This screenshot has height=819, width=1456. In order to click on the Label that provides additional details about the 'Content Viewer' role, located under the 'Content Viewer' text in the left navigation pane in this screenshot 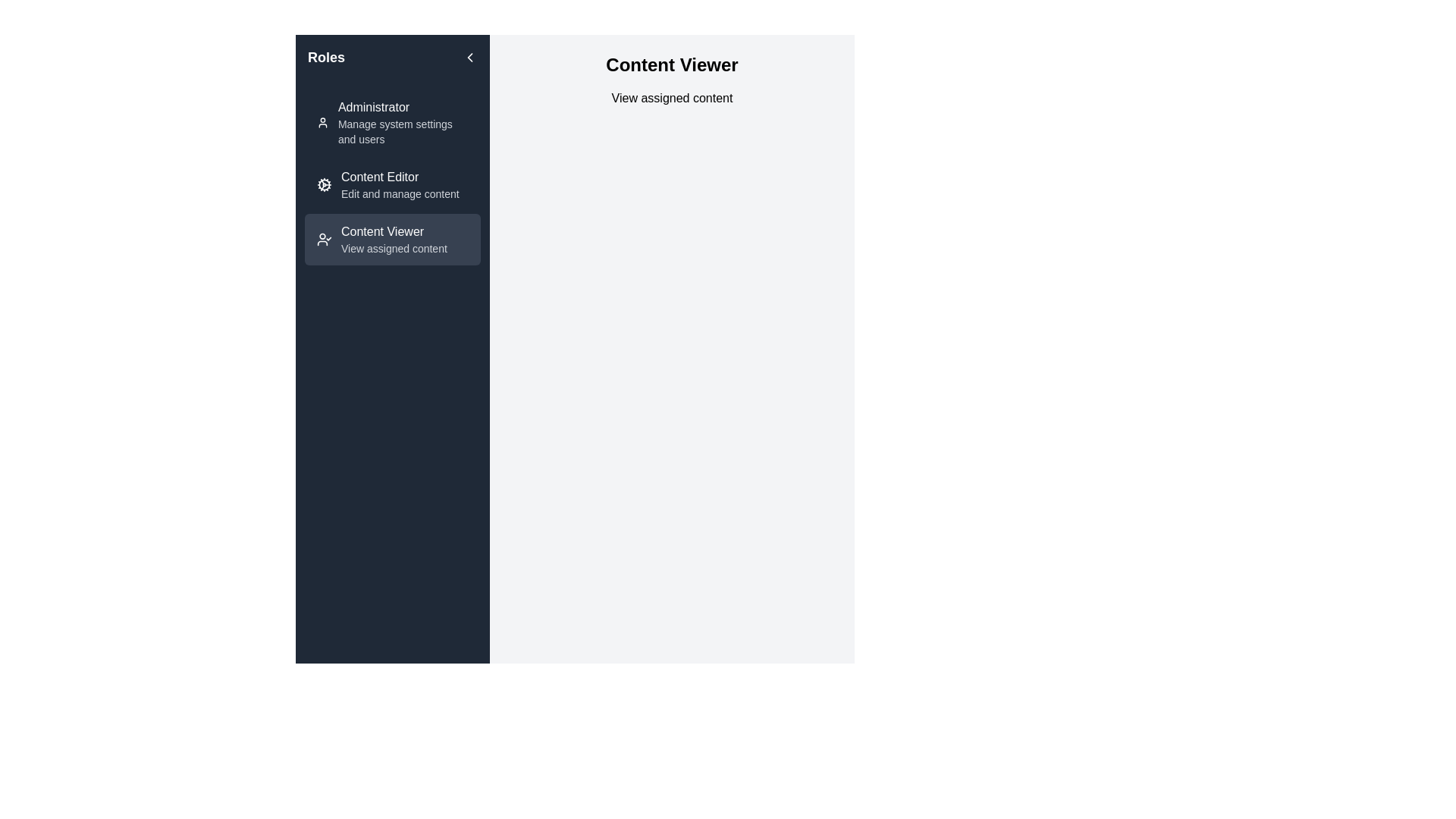, I will do `click(394, 247)`.